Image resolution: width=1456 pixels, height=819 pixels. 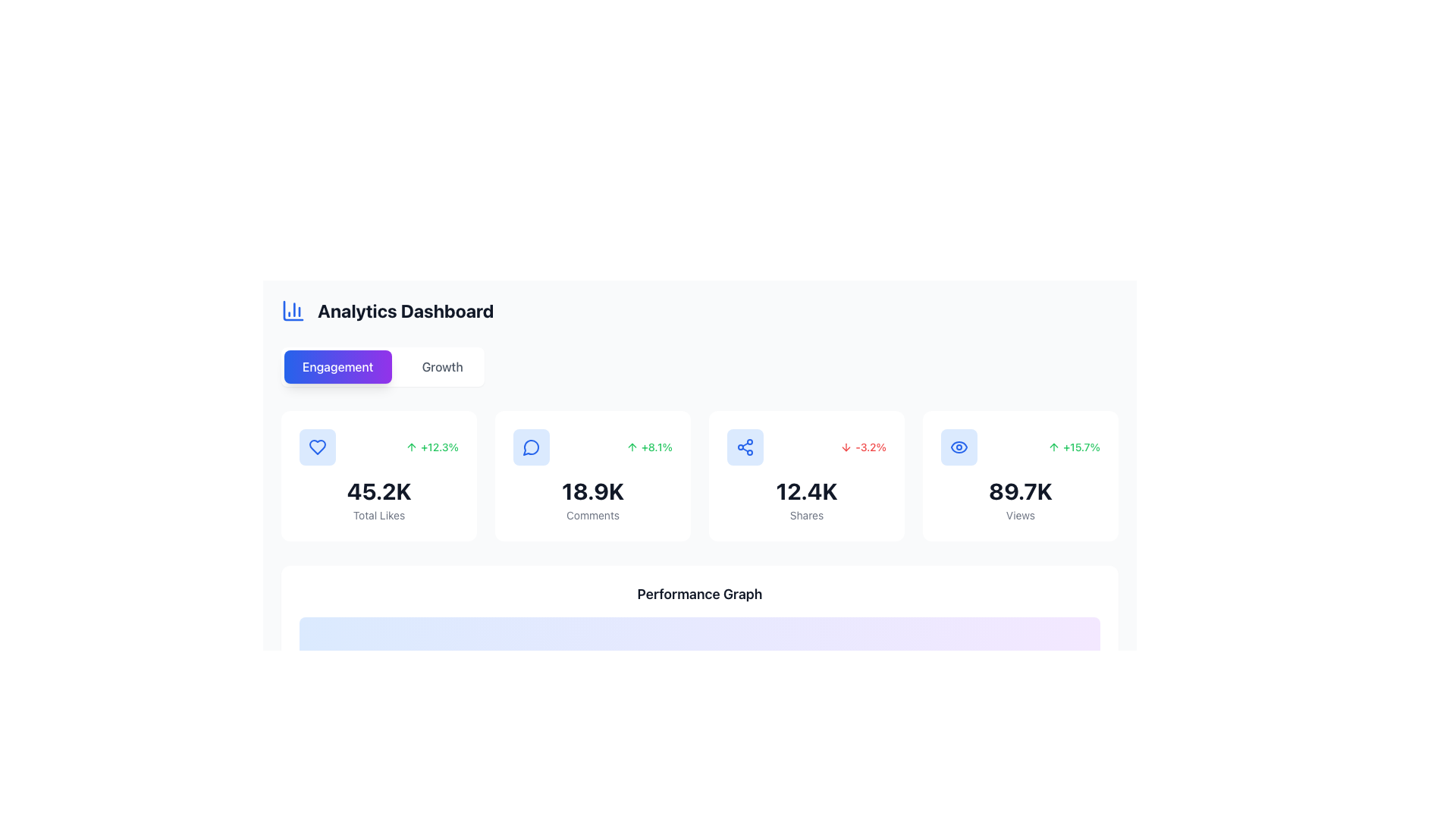 What do you see at coordinates (806, 475) in the screenshot?
I see `the information displayed on the informational card, which includes a blue share icon, a red percentage value of '-3.2%', a bold numeric value of '12.4K', and smaller gray text stating 'Shares'. This card is the third in a grid layout` at bounding box center [806, 475].